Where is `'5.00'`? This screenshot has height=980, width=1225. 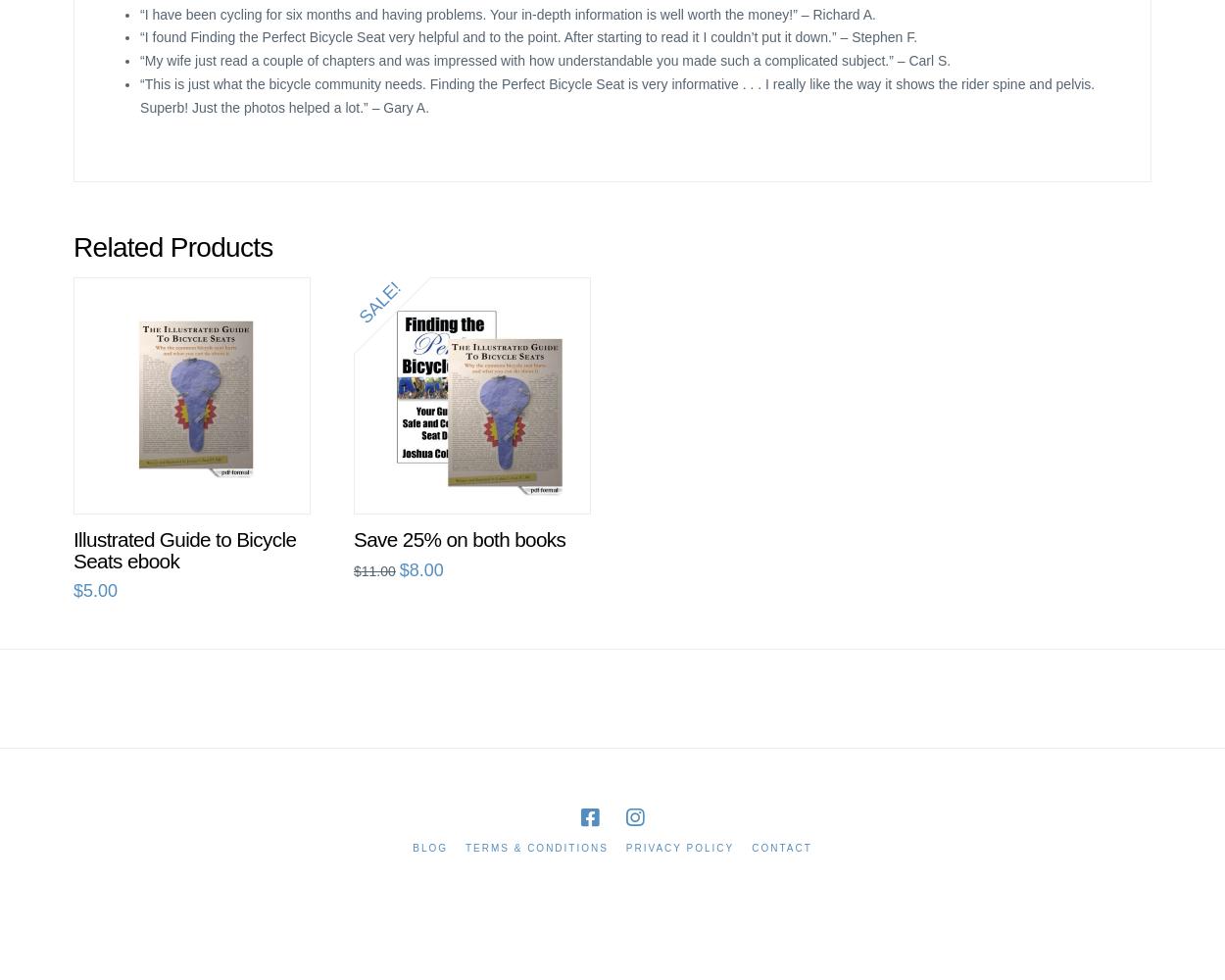 '5.00' is located at coordinates (99, 590).